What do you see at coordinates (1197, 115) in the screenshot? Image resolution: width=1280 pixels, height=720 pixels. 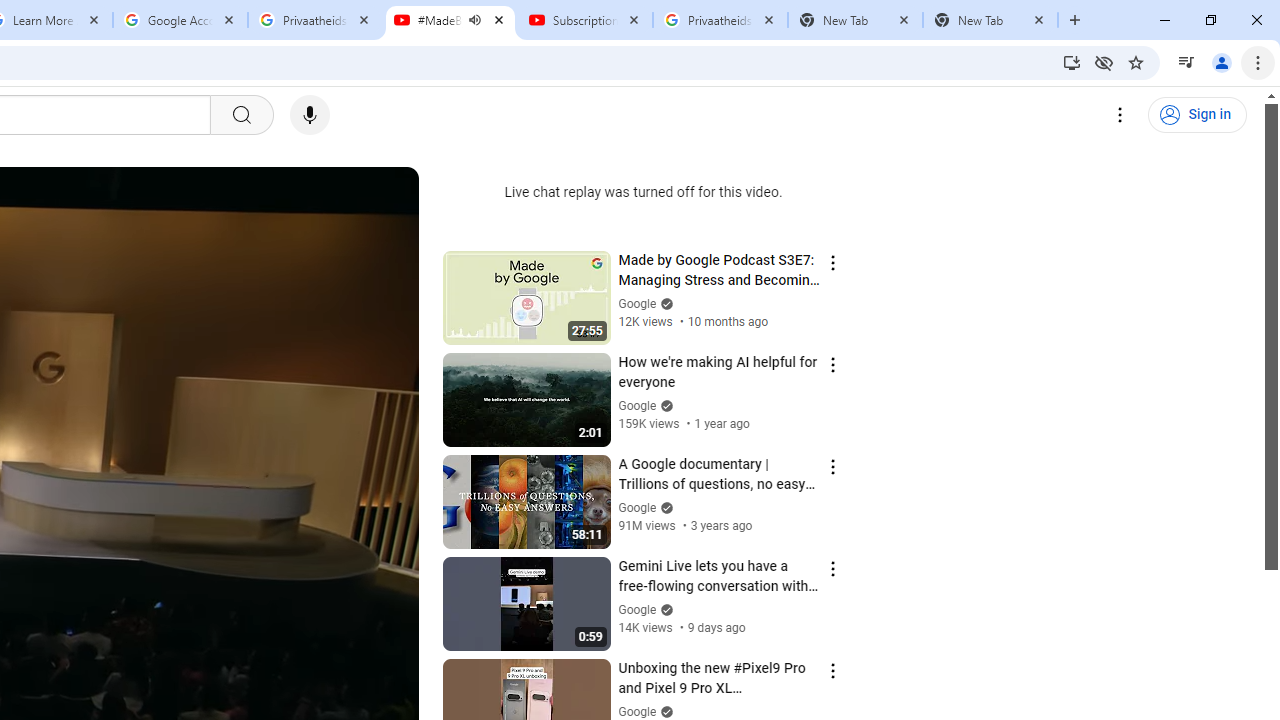 I see `'Sign in'` at bounding box center [1197, 115].